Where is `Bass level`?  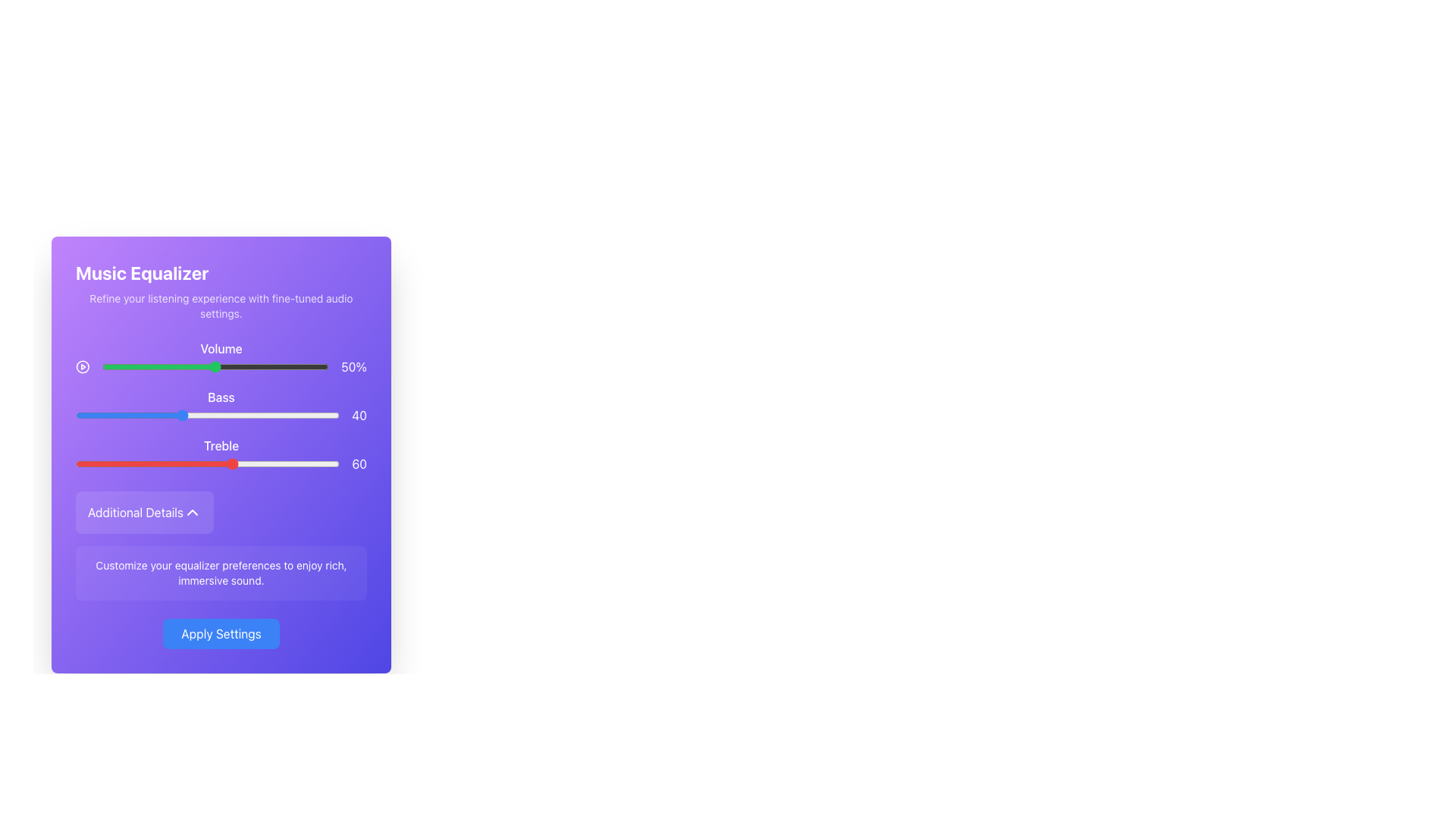 Bass level is located at coordinates (320, 415).